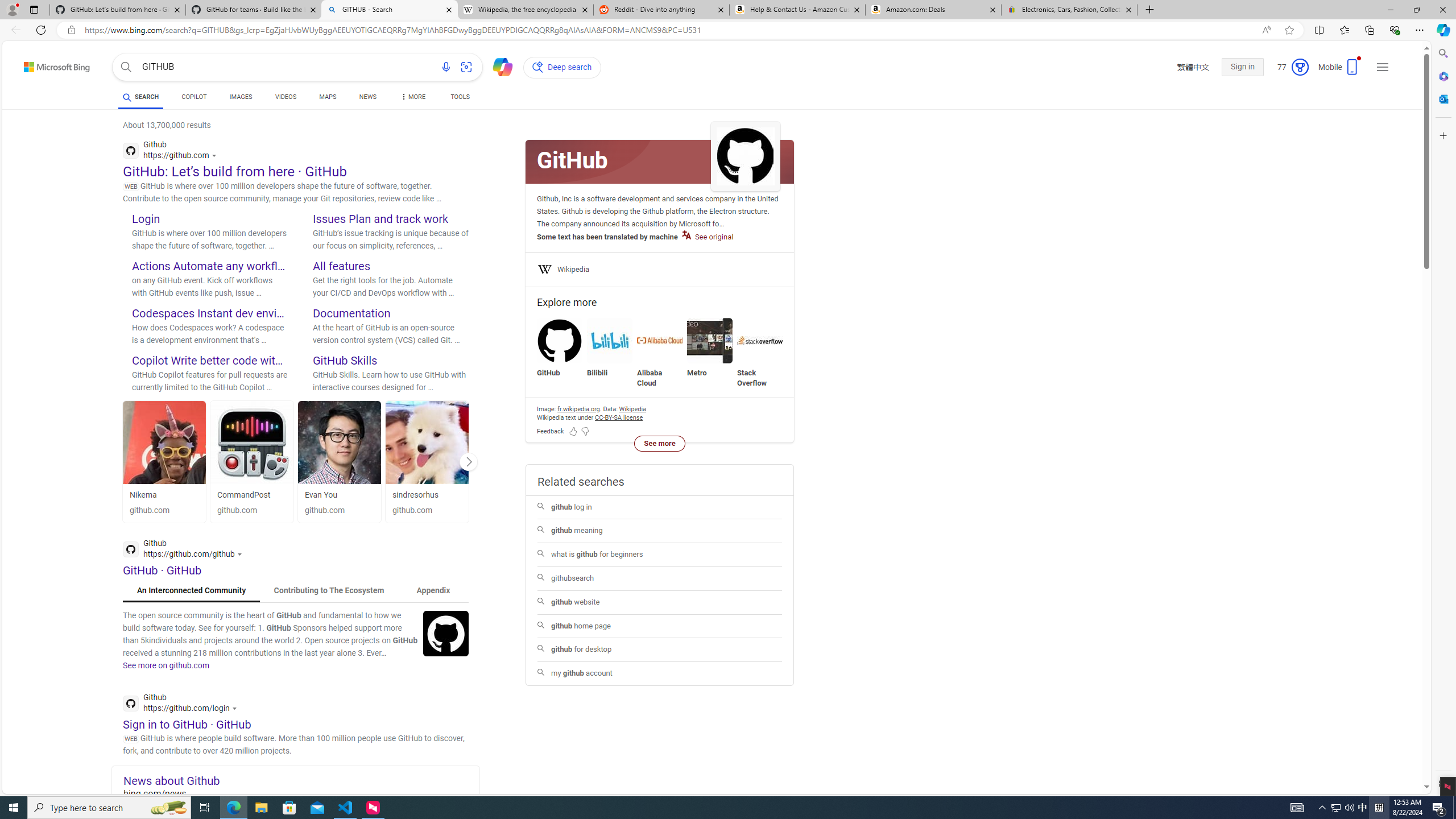  I want to click on 'Dropdown Menu', so click(412, 96).